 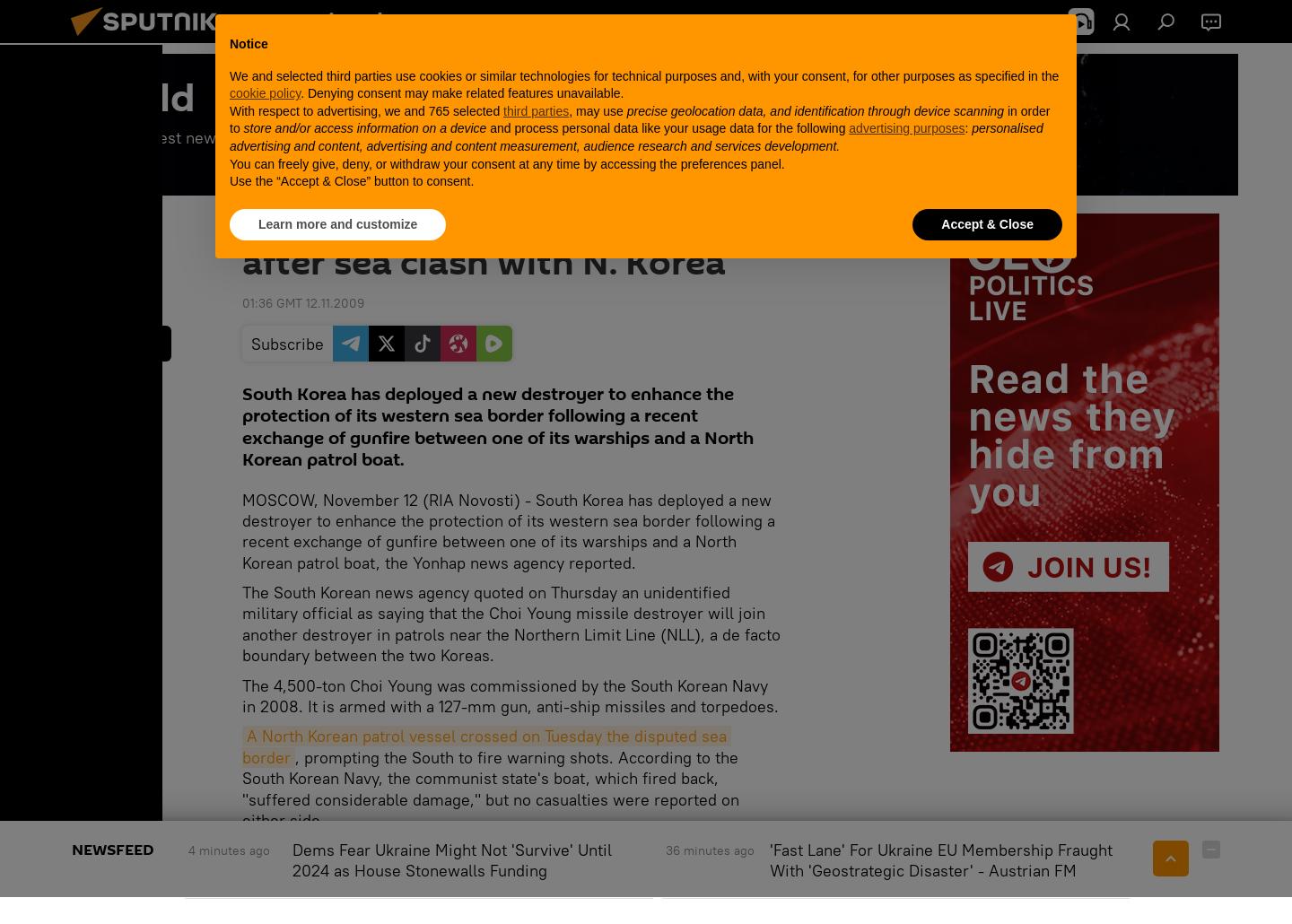 What do you see at coordinates (667, 126) in the screenshot?
I see `'and process personal data like your usage data for the following'` at bounding box center [667, 126].